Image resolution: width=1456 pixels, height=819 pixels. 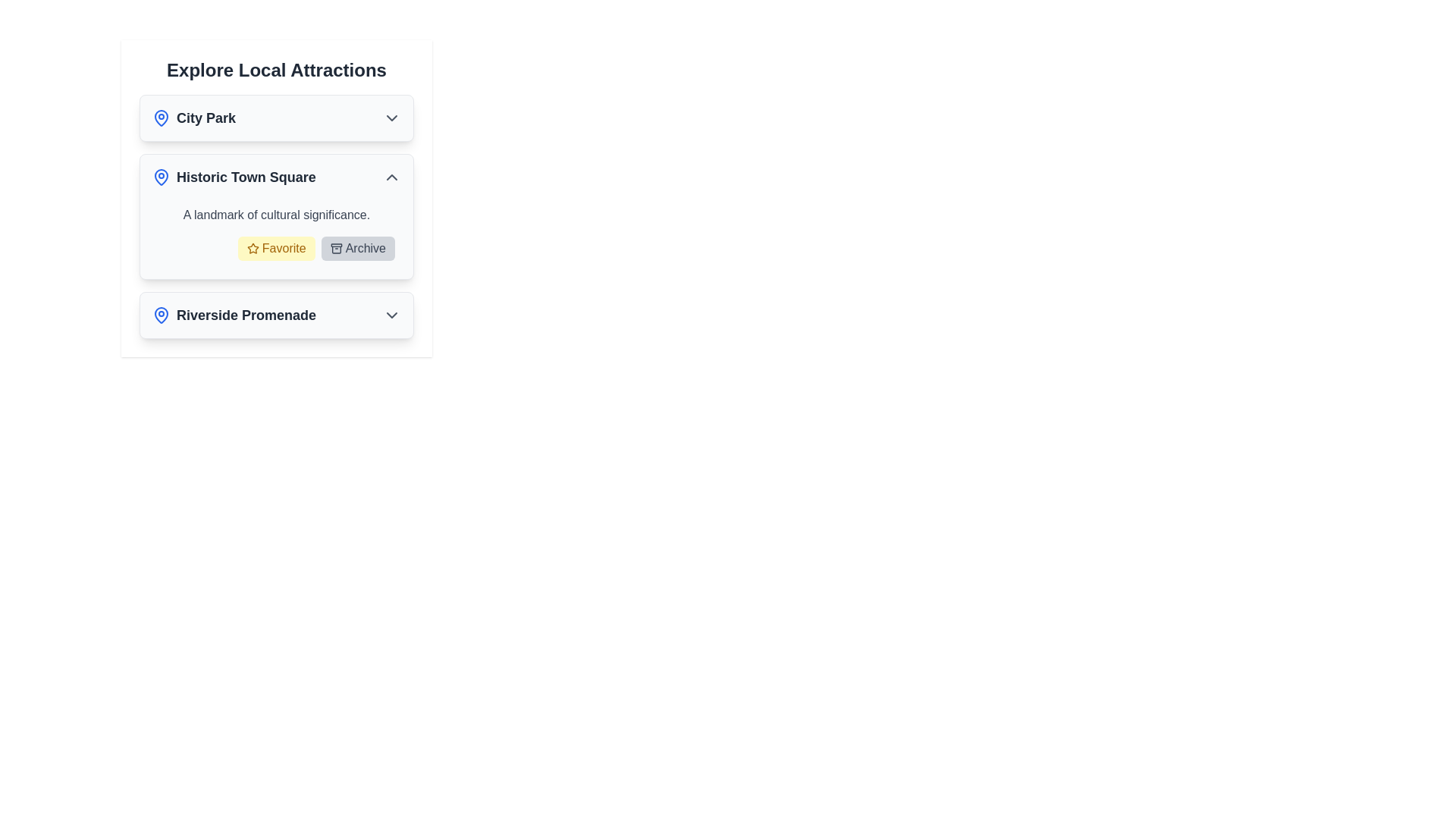 I want to click on the list item labeled 'Riverside Promenade', which features a blue map pin icon on the left and a gray downward chevron icon on the right, located under 'Explore Local Attractions', so click(x=276, y=315).